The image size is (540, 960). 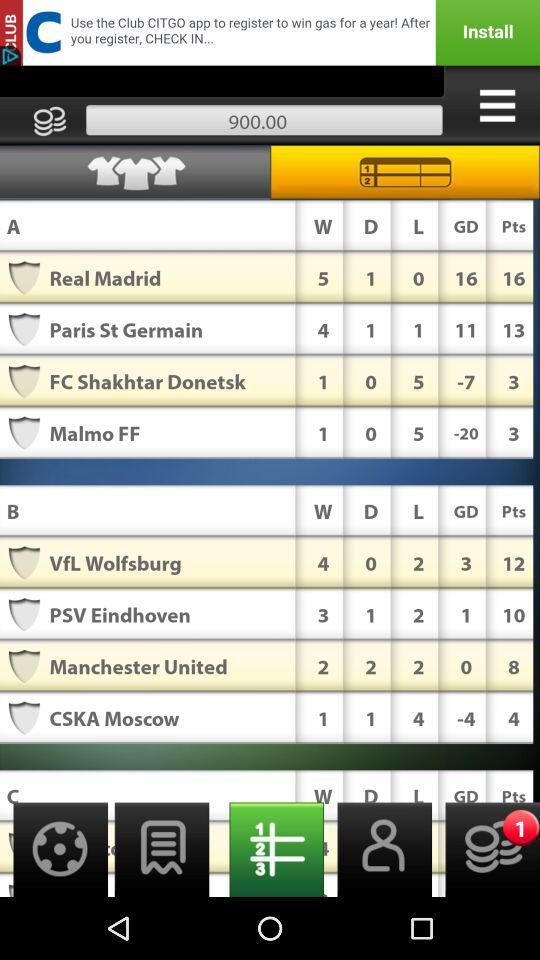 I want to click on the avatar icon, so click(x=378, y=909).